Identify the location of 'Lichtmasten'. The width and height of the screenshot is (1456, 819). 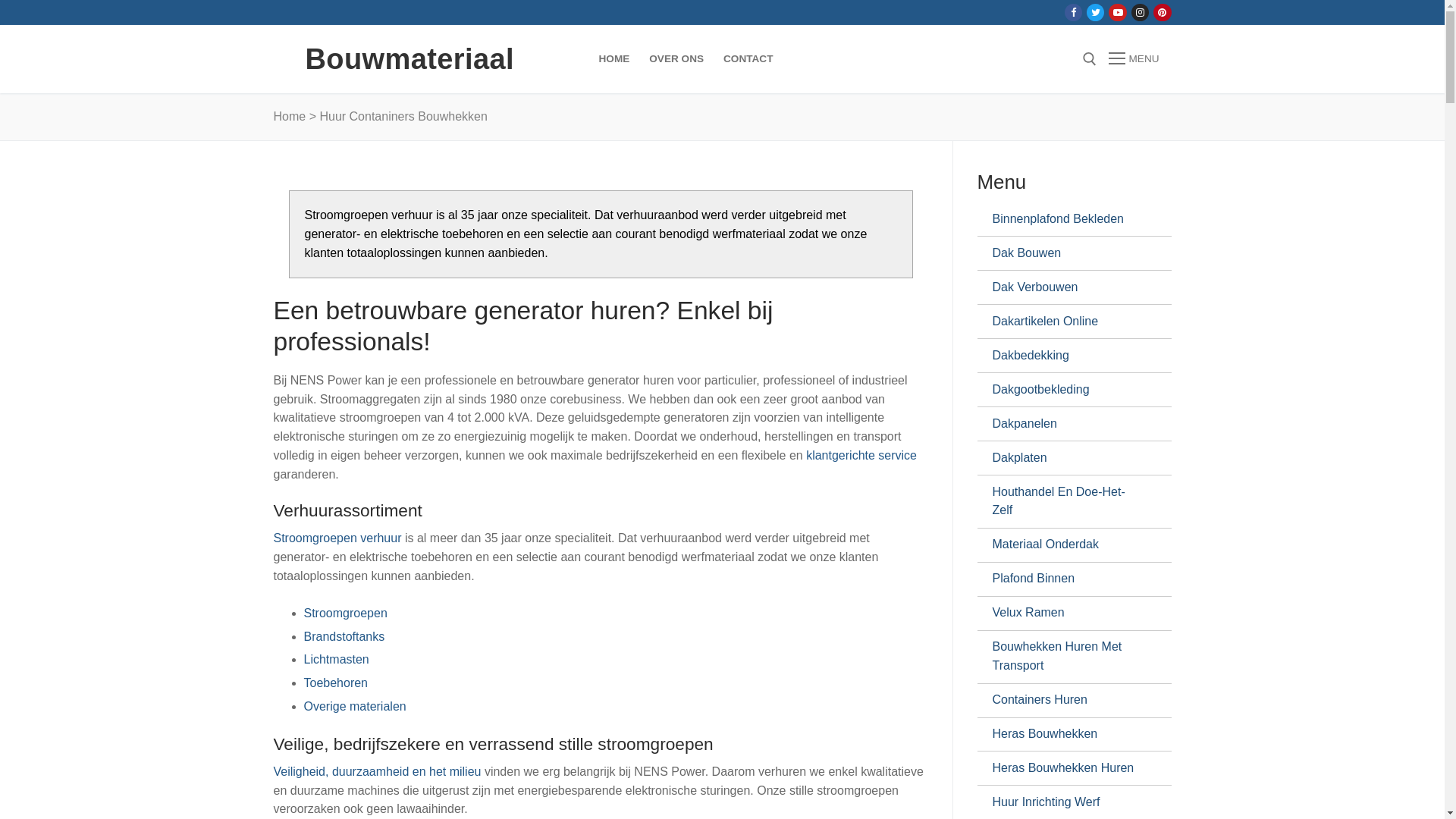
(303, 658).